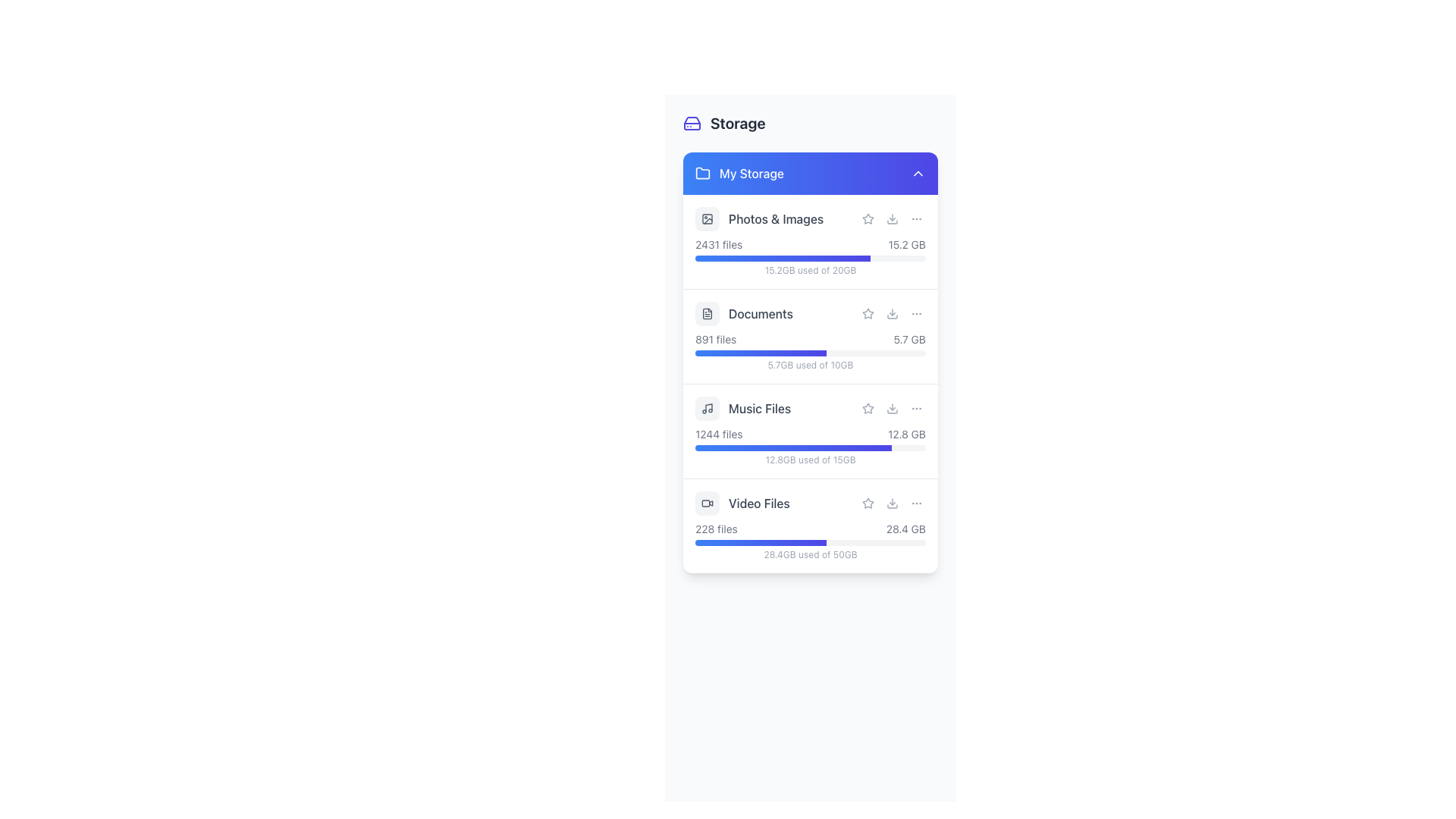 The image size is (1456, 819). Describe the element at coordinates (715, 529) in the screenshot. I see `the static text label that indicates the number of files present, which is located to the left of the '28.4 GB' text` at that location.